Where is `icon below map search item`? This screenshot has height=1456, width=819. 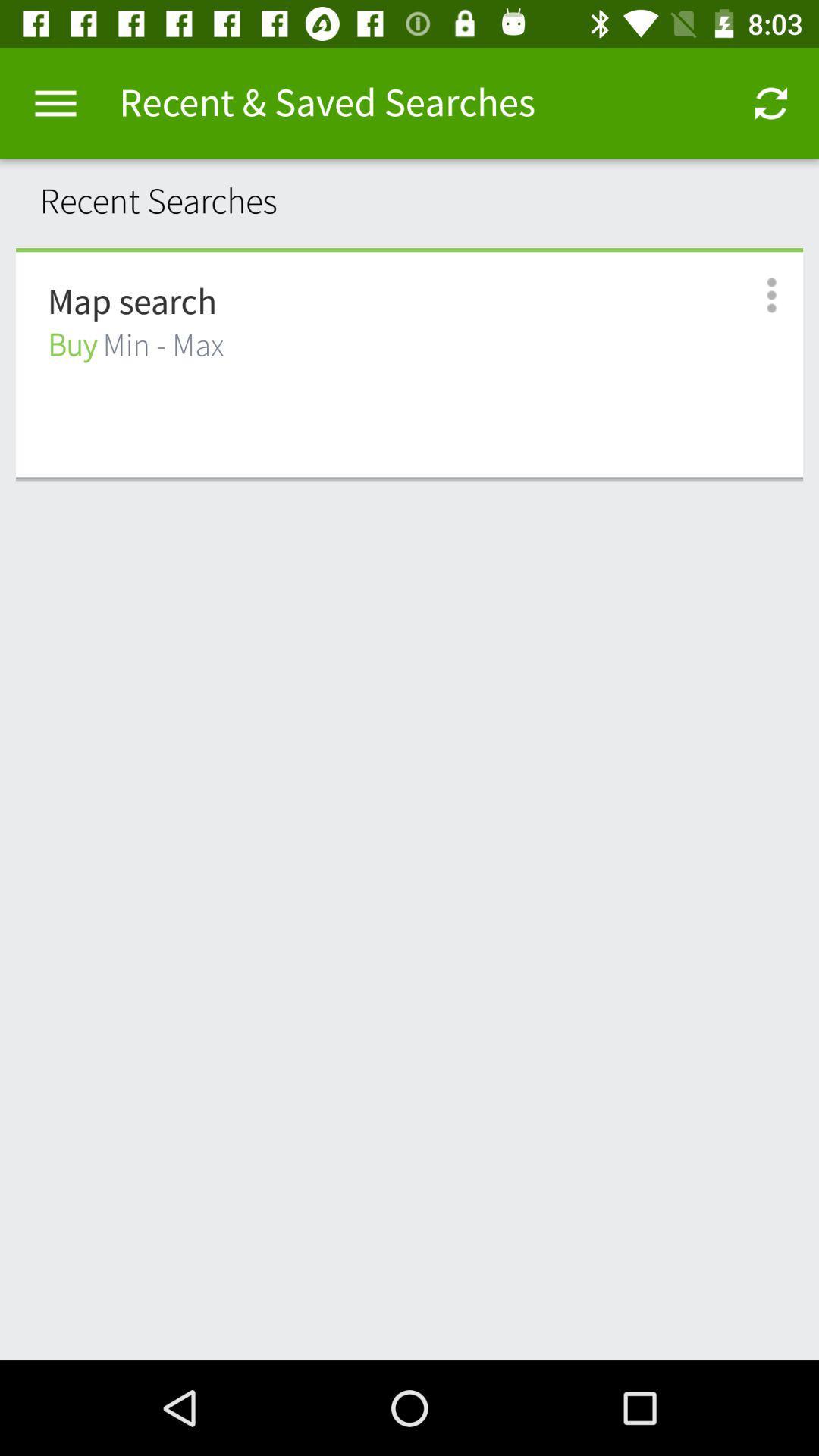 icon below map search item is located at coordinates (135, 345).